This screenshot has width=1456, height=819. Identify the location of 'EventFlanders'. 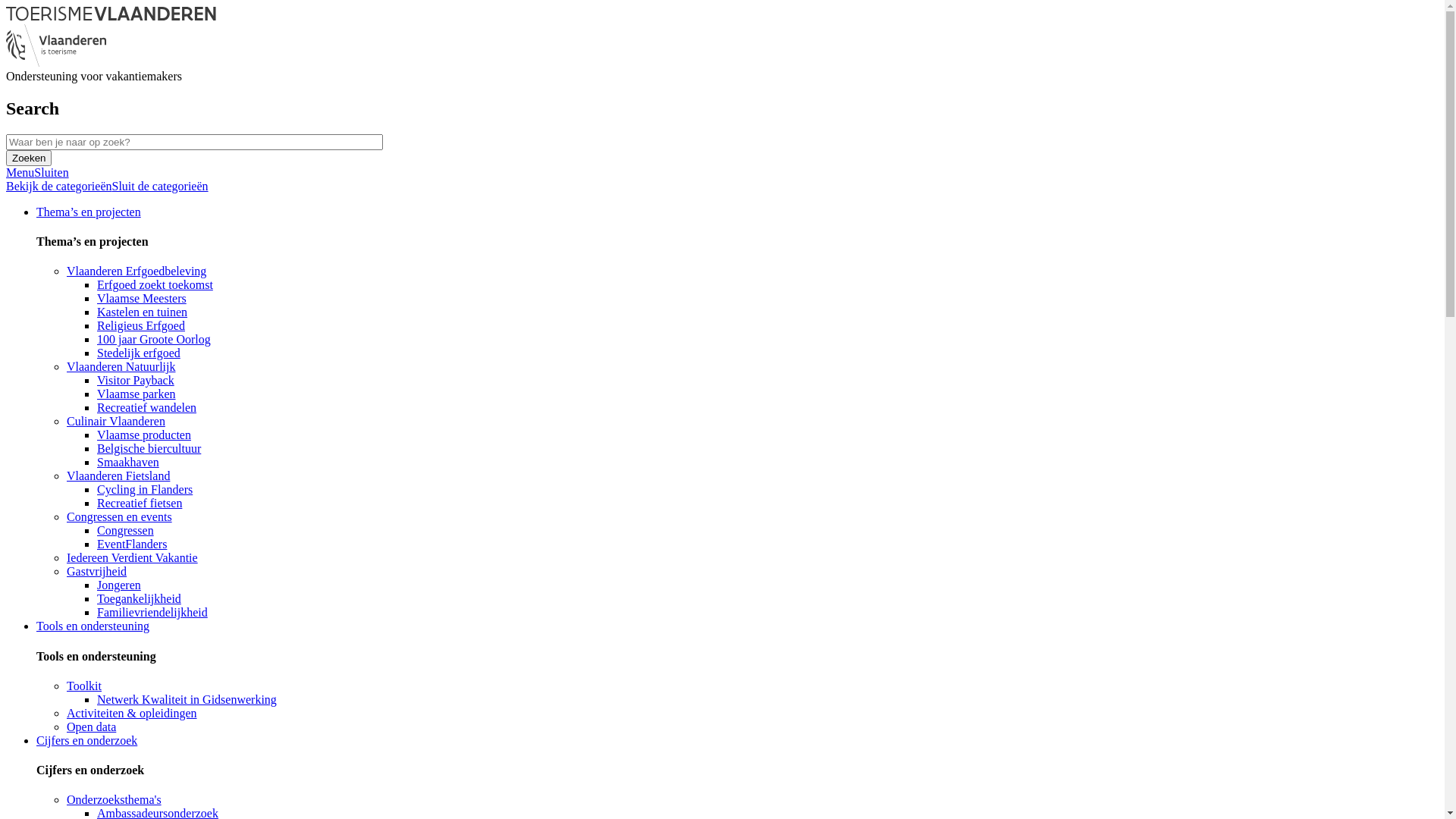
(131, 543).